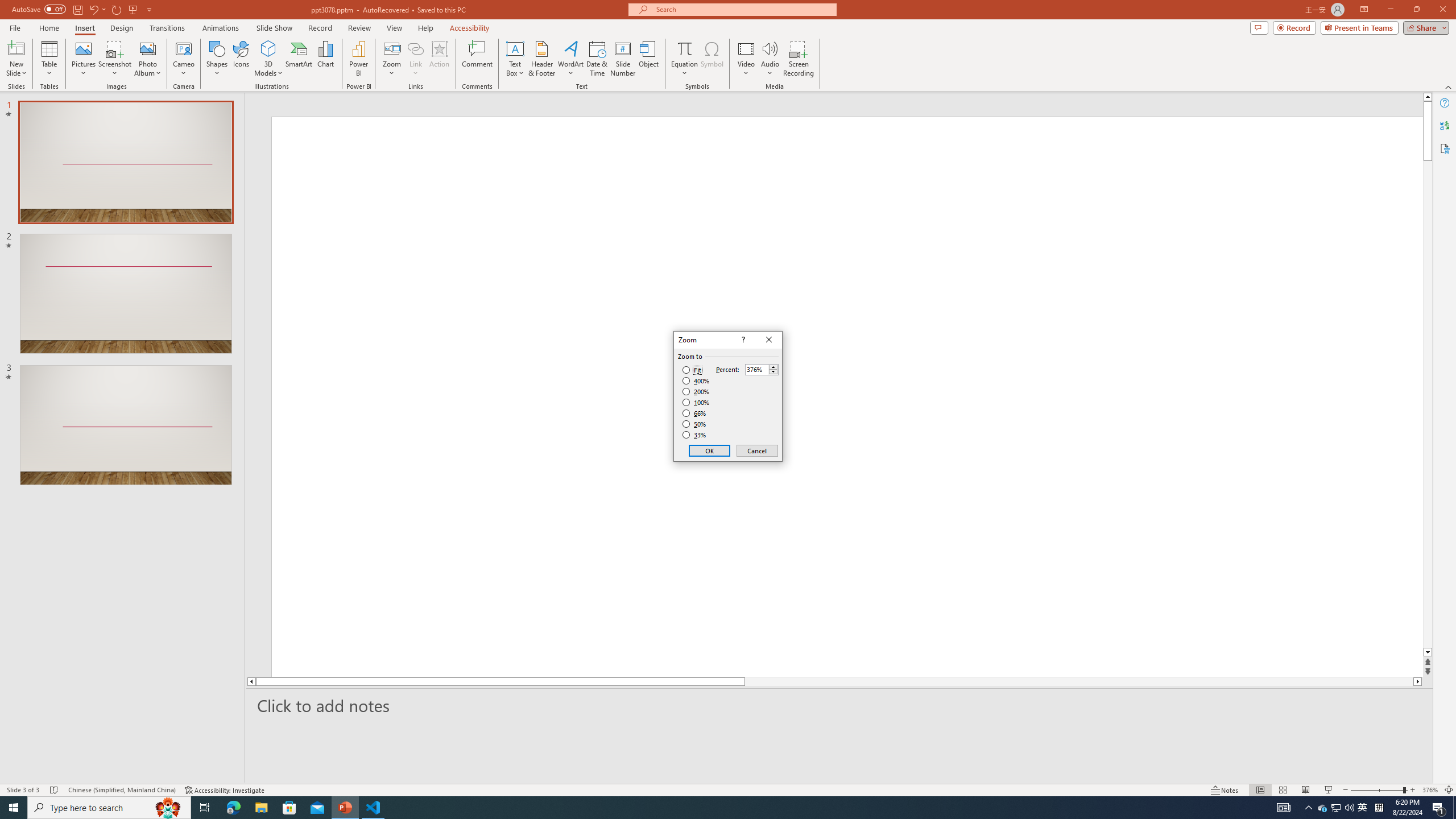 The image size is (1456, 819). What do you see at coordinates (114, 59) in the screenshot?
I see `'Screenshot'` at bounding box center [114, 59].